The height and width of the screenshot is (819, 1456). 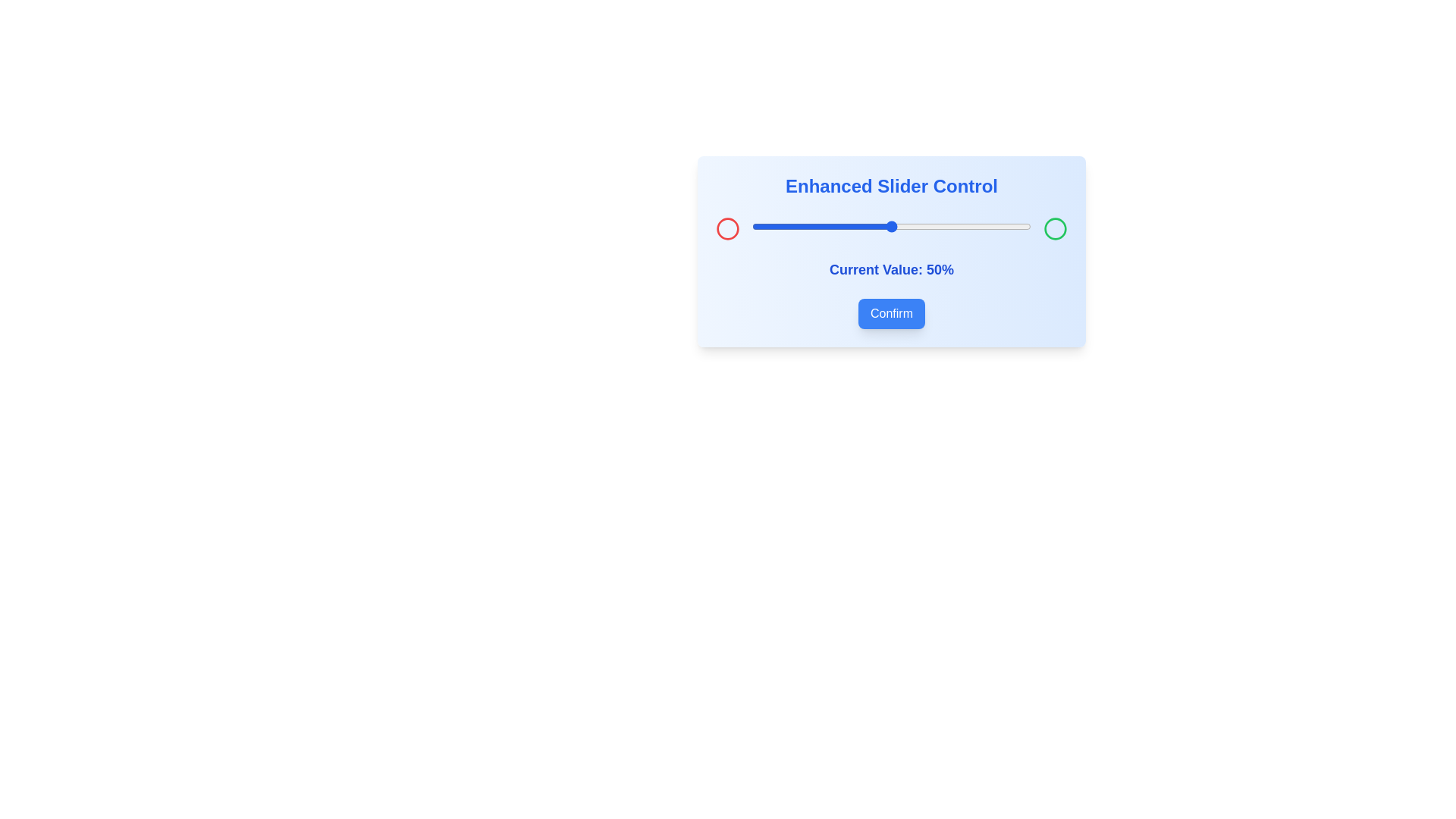 I want to click on the 'Confirm' button, which is a blue rectangular button with white text and rounded corners, located below the text 'Current Value: 50%', so click(x=892, y=312).